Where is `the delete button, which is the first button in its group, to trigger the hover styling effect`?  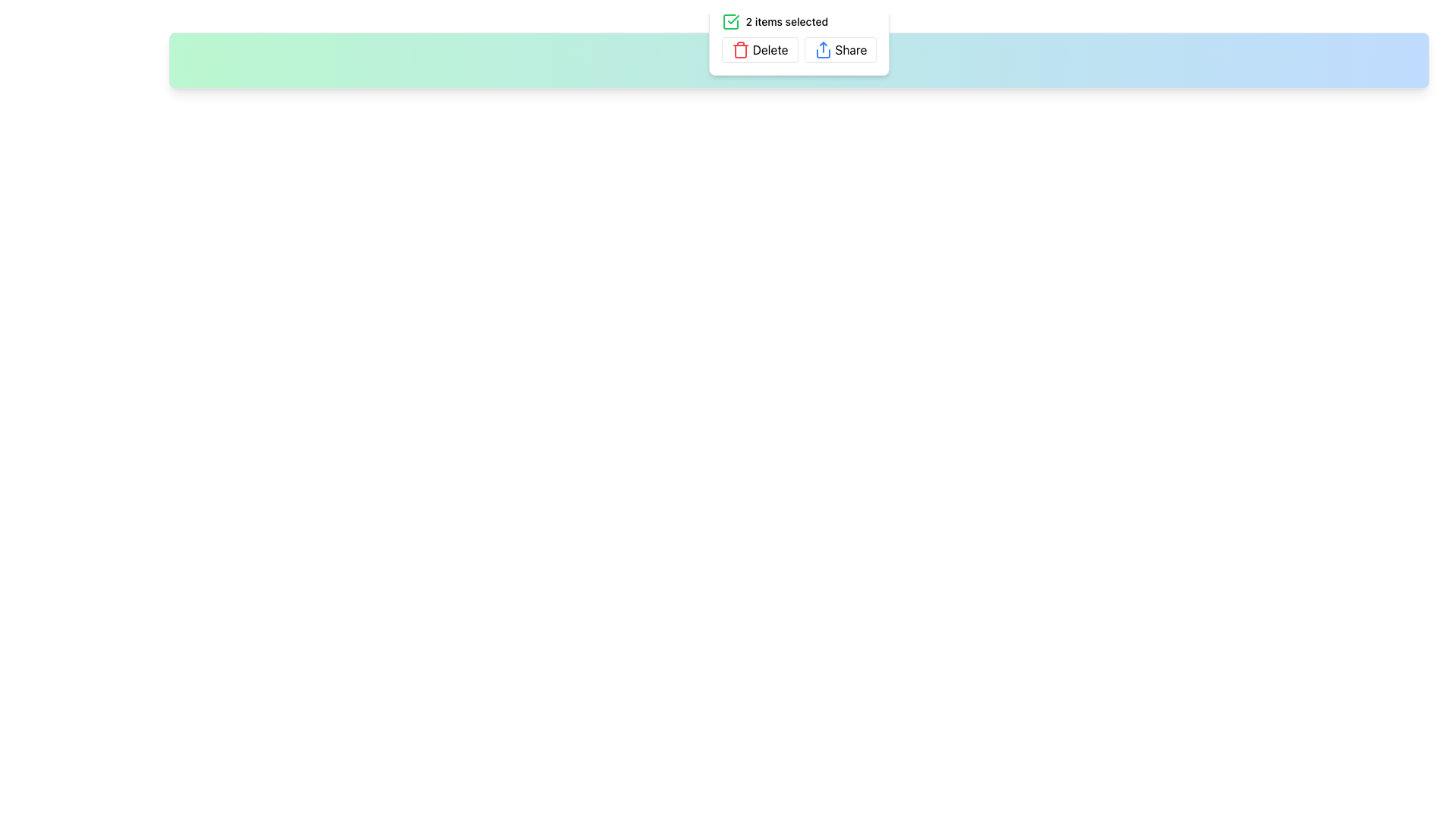 the delete button, which is the first button in its group, to trigger the hover styling effect is located at coordinates (760, 49).